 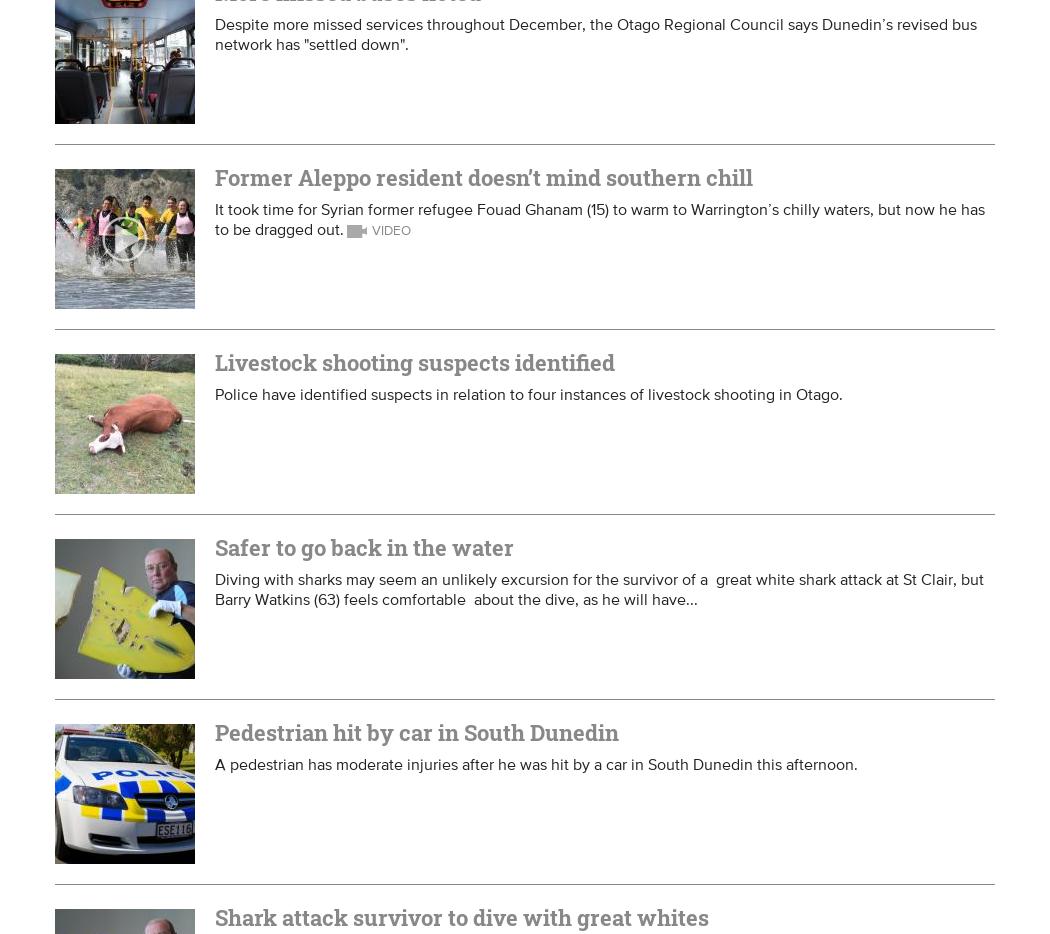 I want to click on 'Safer to go back in the water', so click(x=363, y=547).